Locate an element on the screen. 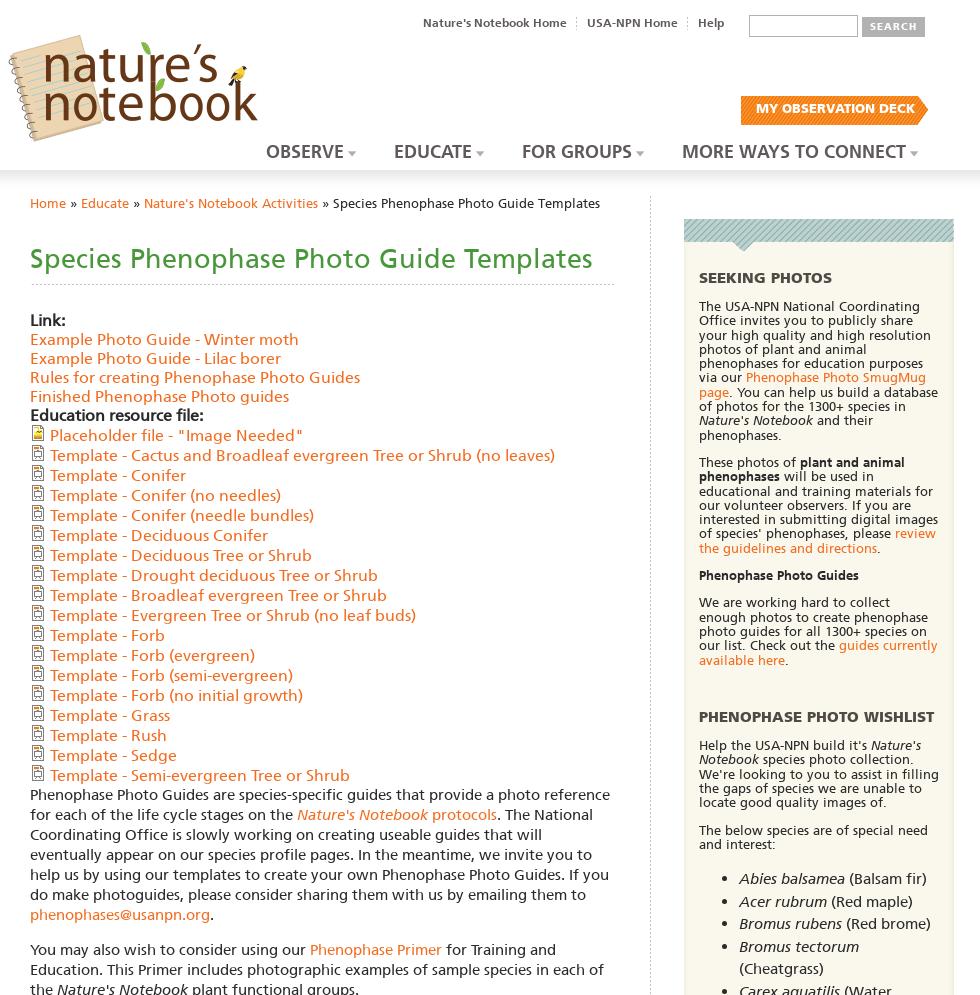 This screenshot has height=995, width=980. 'Abies balsamea' is located at coordinates (790, 878).